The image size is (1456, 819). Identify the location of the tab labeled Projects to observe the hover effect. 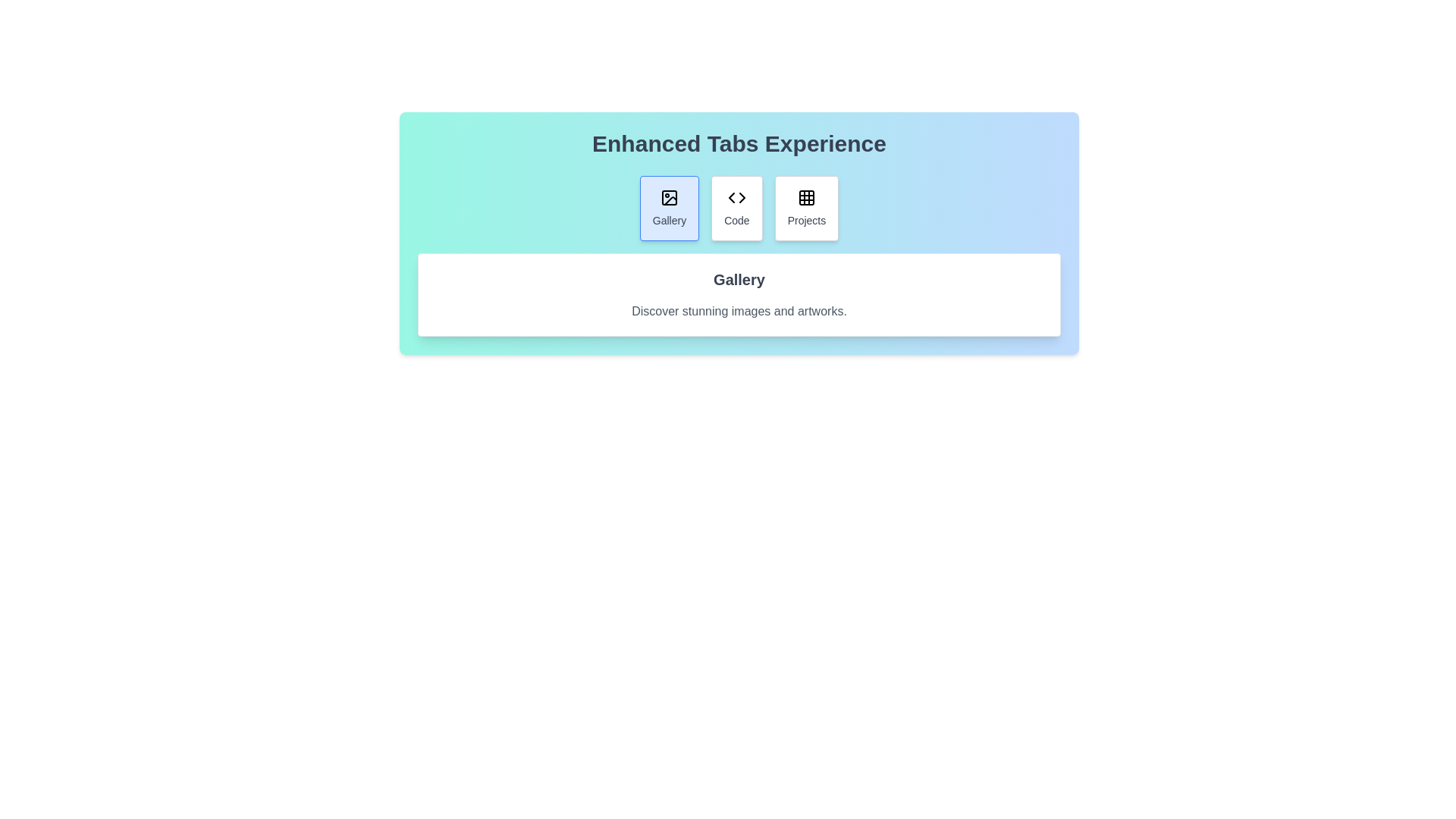
(805, 208).